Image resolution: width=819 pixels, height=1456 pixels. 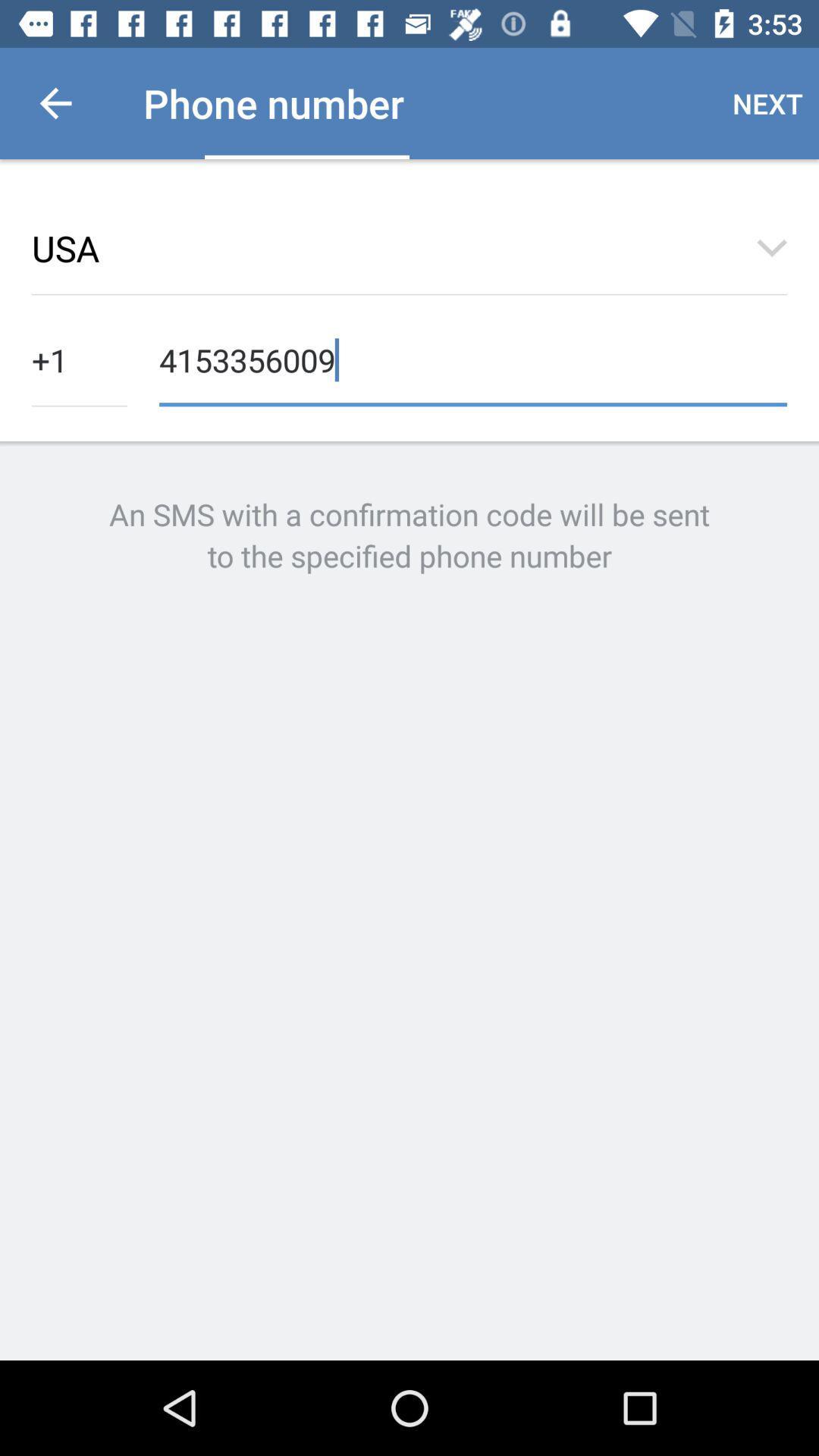 I want to click on the +1, so click(x=79, y=358).